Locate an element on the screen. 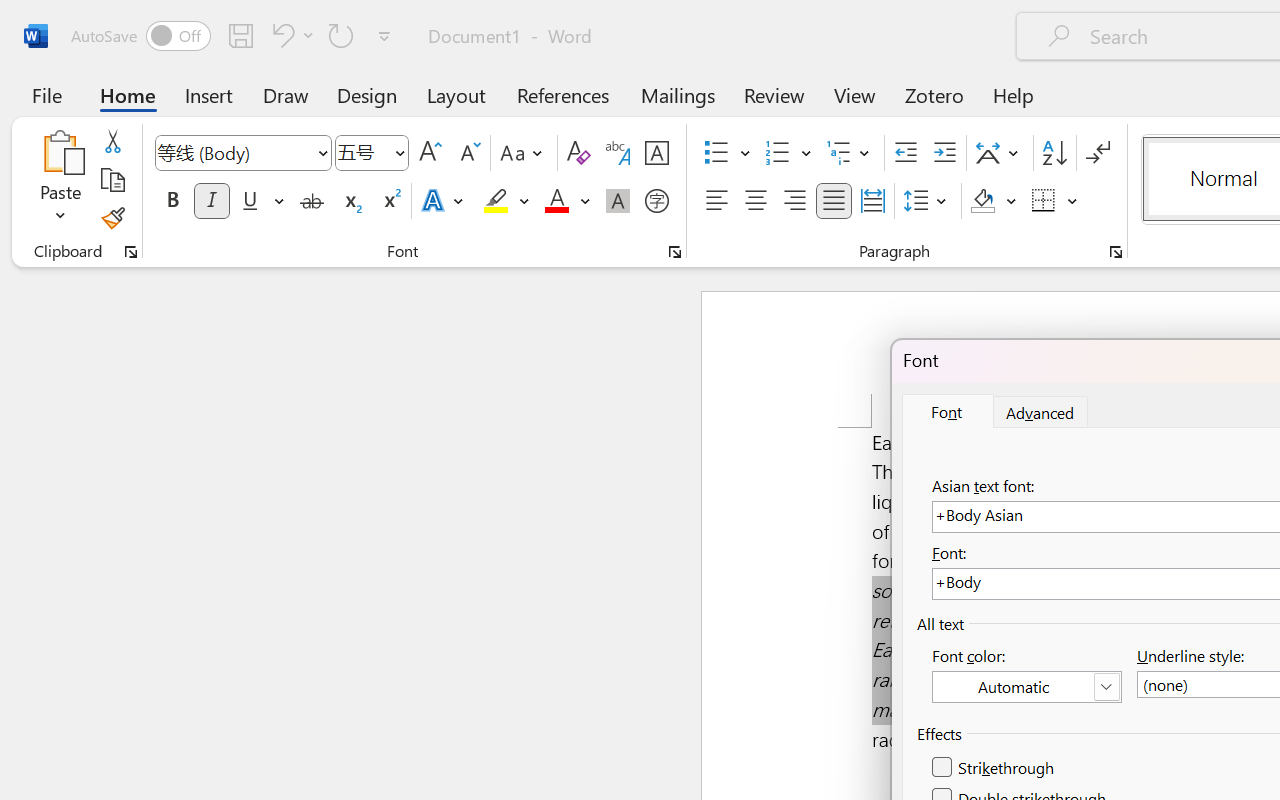  'Decrease Indent' is located at coordinates (905, 153).